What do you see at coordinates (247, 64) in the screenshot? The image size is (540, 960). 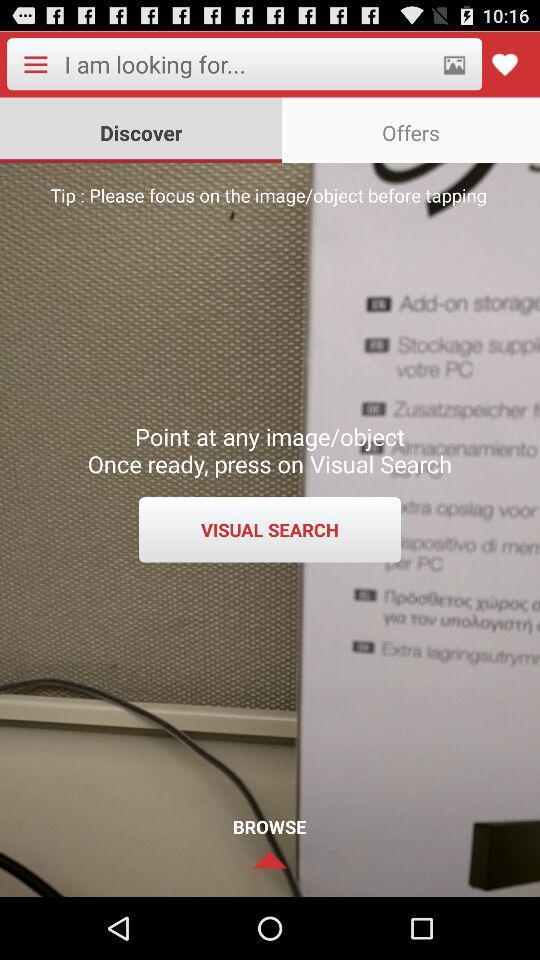 I see `input search term` at bounding box center [247, 64].